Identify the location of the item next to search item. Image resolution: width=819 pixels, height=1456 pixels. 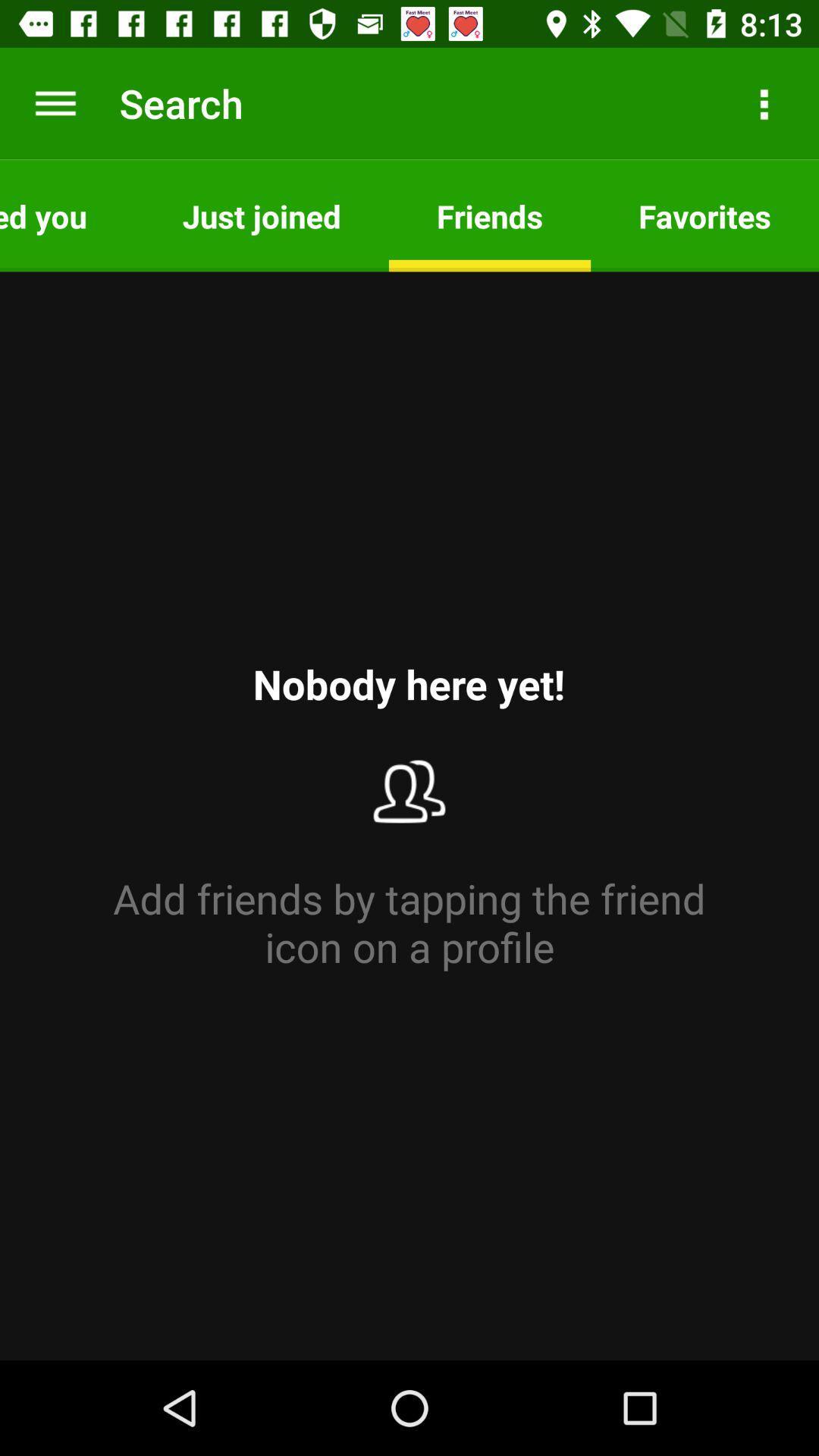
(55, 102).